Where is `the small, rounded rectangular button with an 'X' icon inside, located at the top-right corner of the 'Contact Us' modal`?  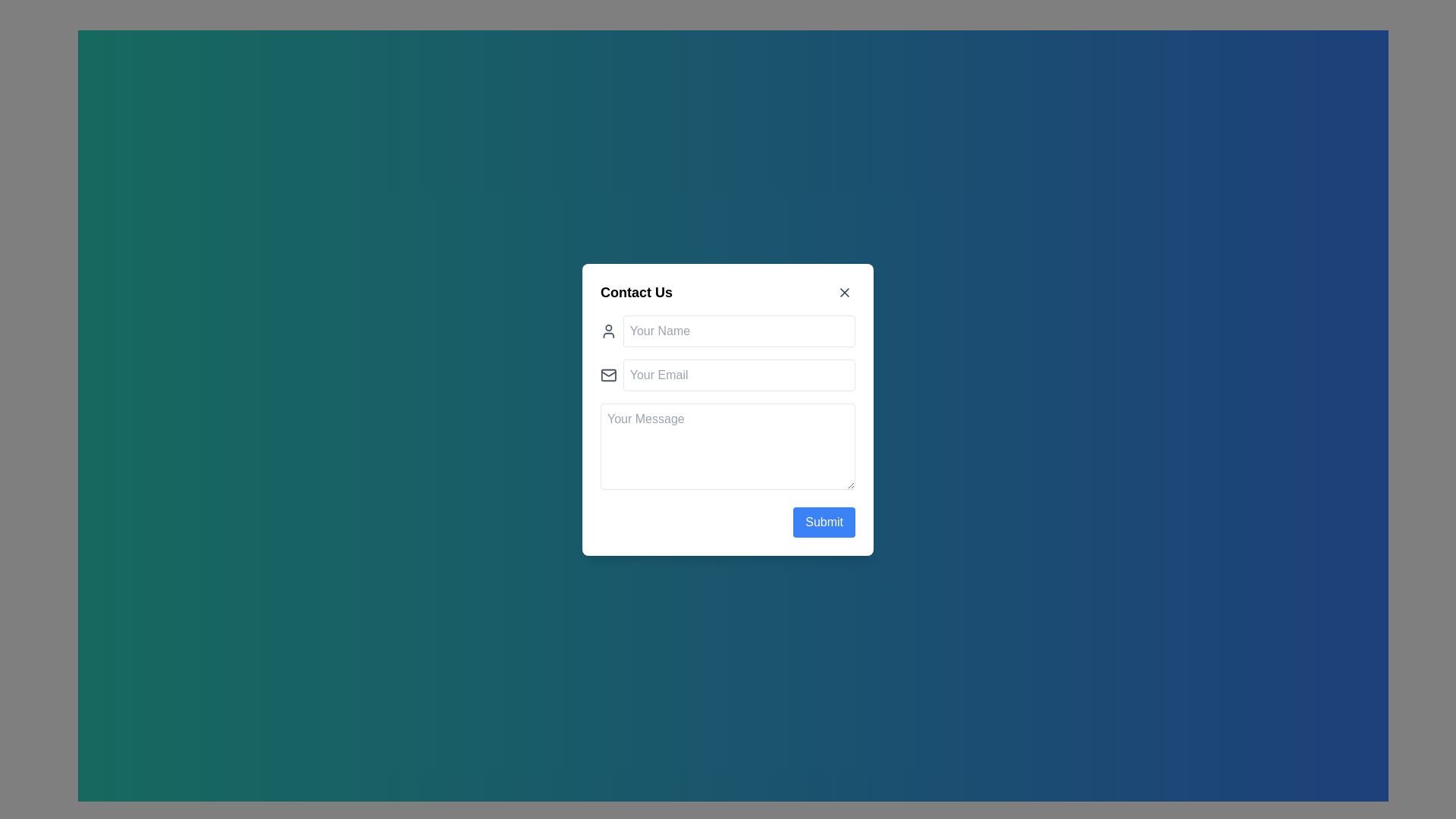 the small, rounded rectangular button with an 'X' icon inside, located at the top-right corner of the 'Contact Us' modal is located at coordinates (843, 292).